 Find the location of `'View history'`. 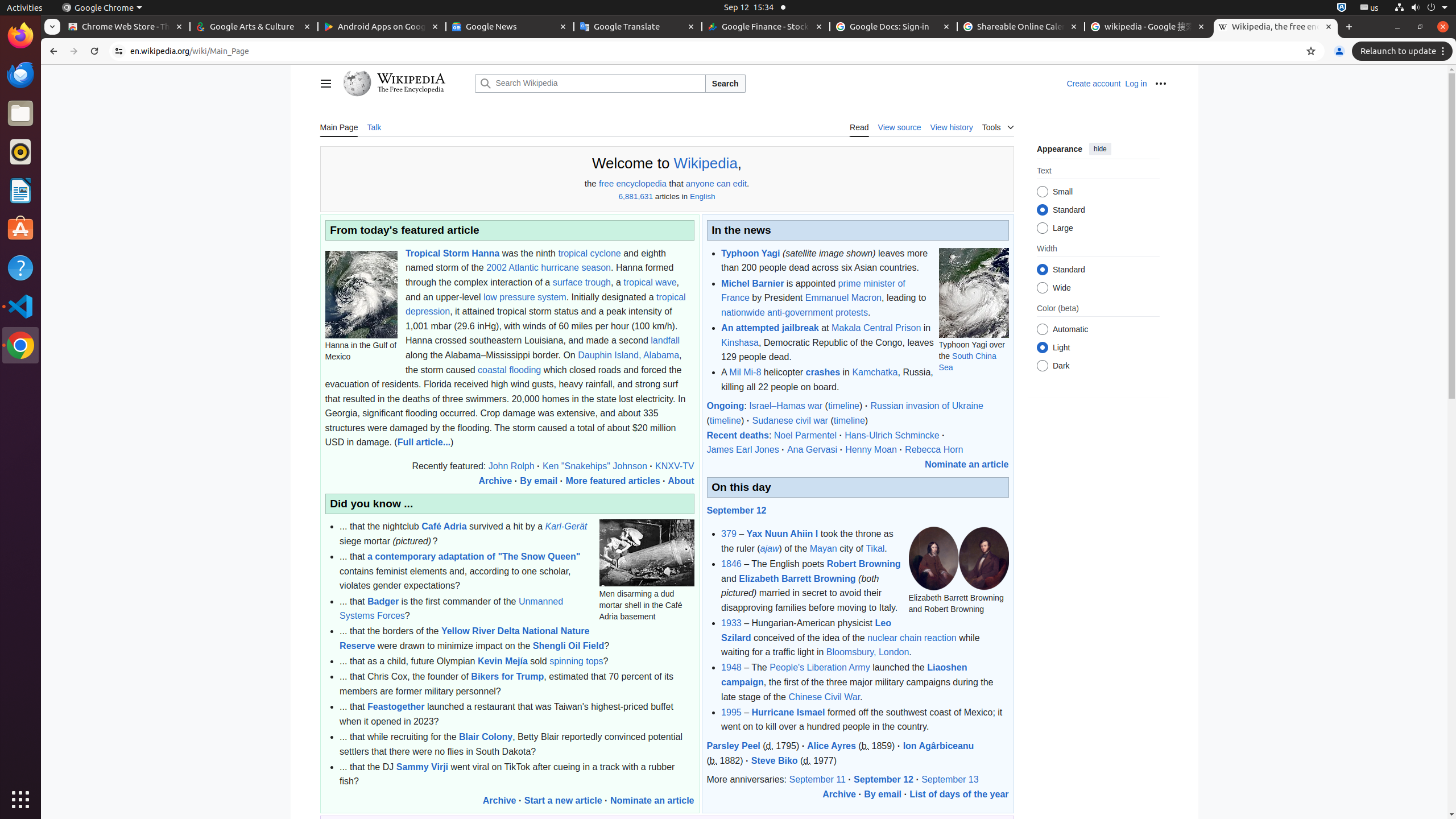

'View history' is located at coordinates (950, 126).